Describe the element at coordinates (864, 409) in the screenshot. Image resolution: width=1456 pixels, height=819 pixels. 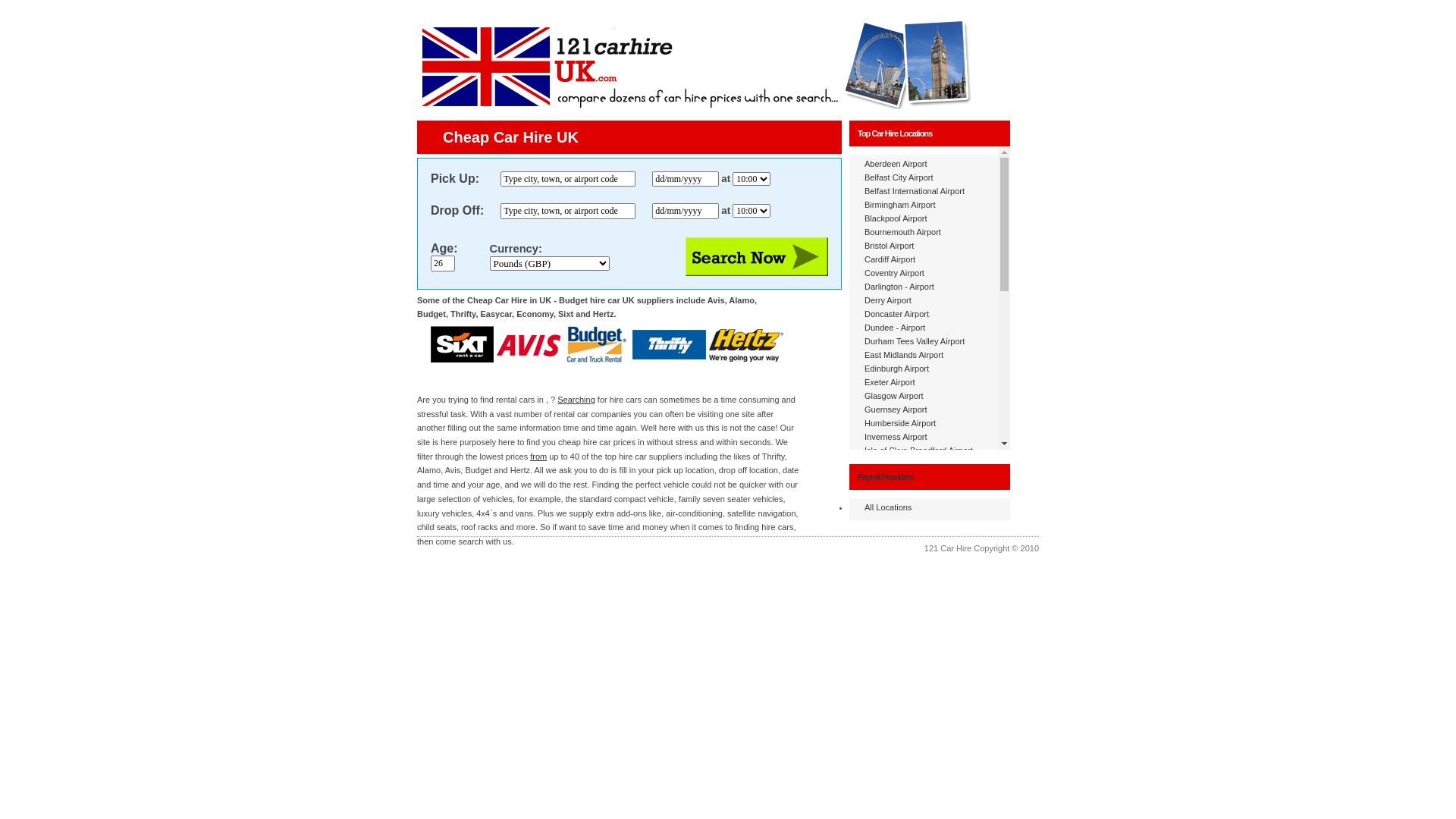
I see `'Guernsey Airport'` at that location.